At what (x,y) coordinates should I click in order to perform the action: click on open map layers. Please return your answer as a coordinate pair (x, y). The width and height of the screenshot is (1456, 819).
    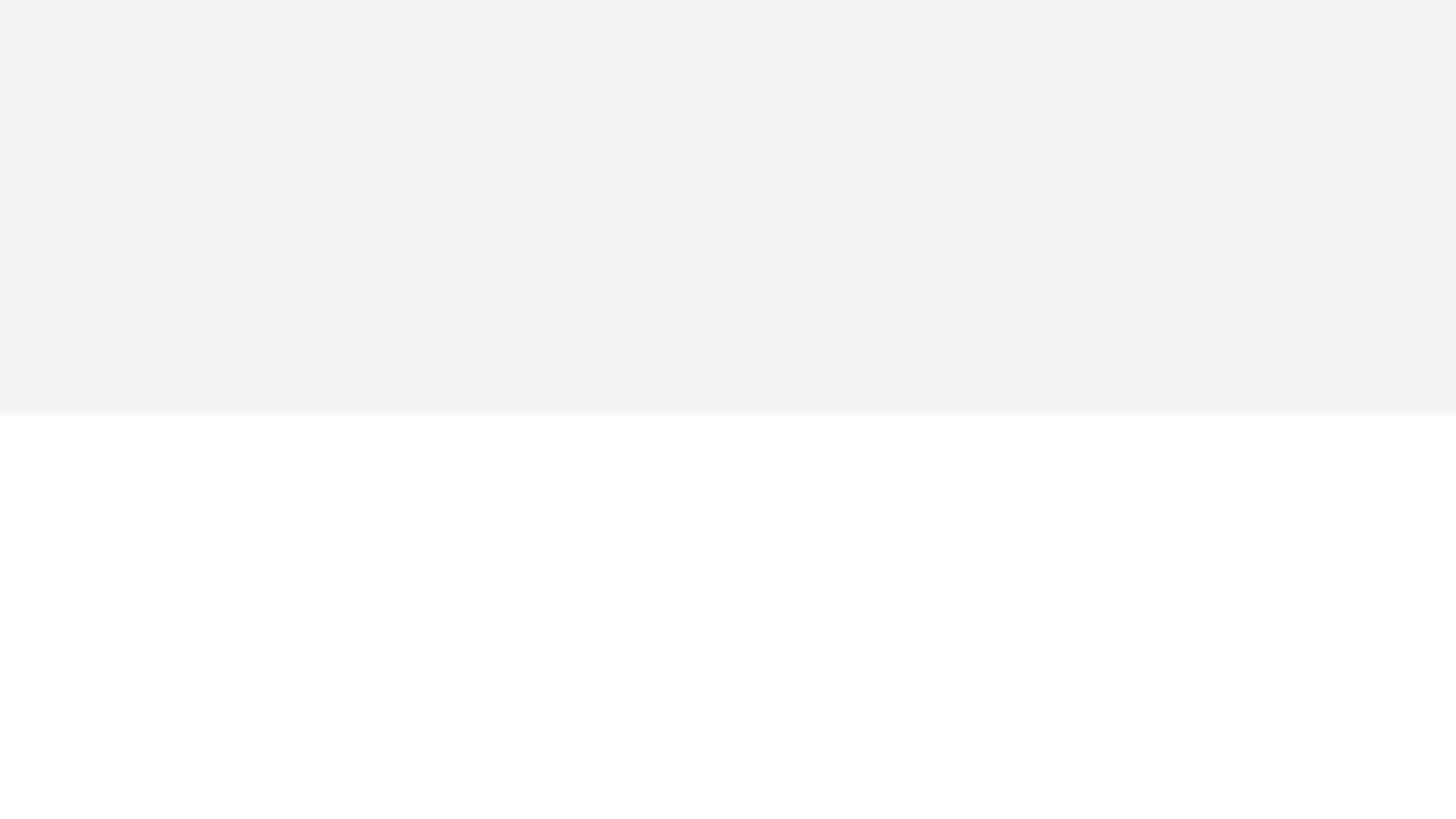
    Looking at the image, I should click on (1436, 82).